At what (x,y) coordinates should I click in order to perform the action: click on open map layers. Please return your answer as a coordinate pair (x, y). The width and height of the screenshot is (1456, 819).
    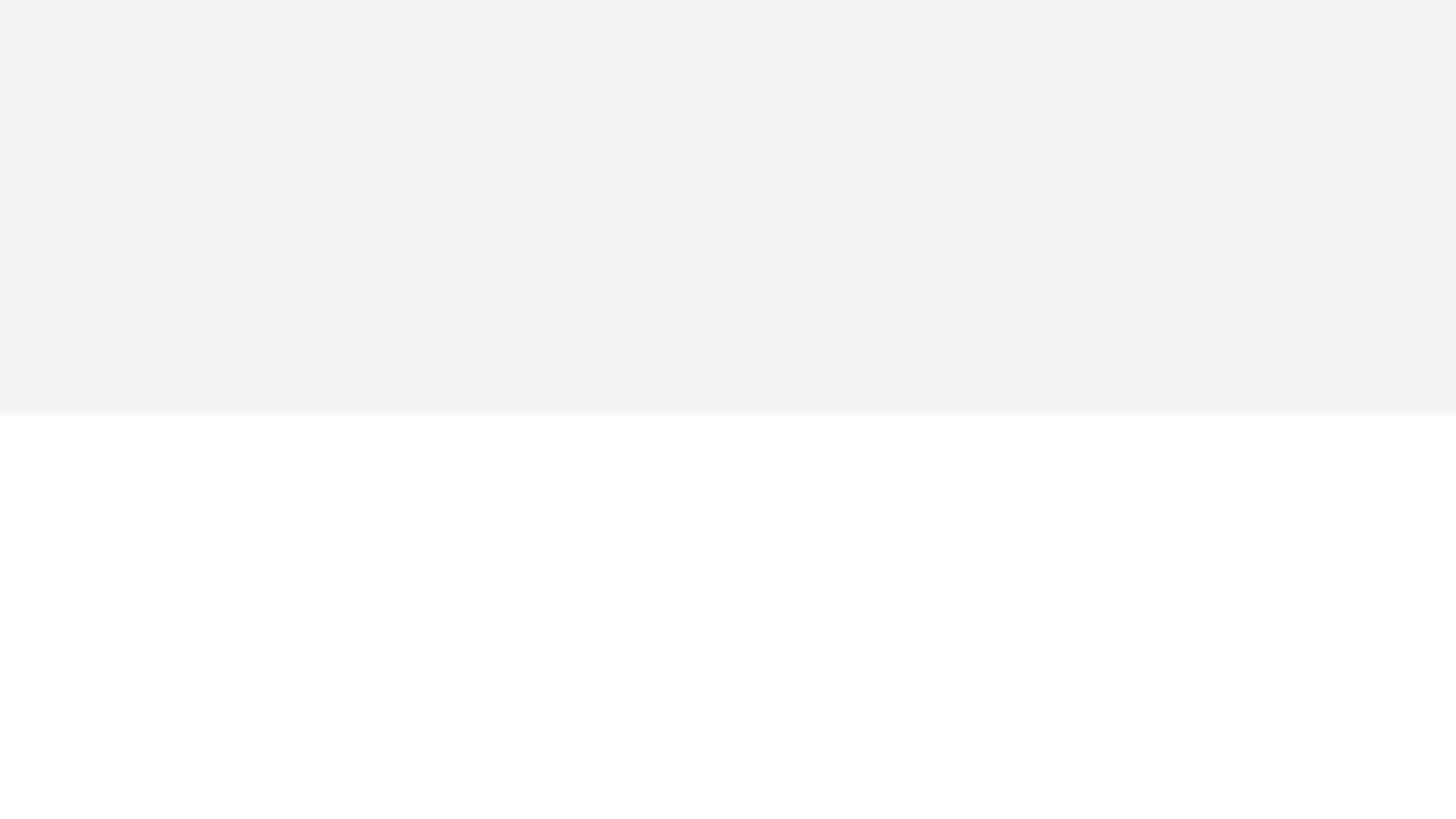
    Looking at the image, I should click on (1436, 82).